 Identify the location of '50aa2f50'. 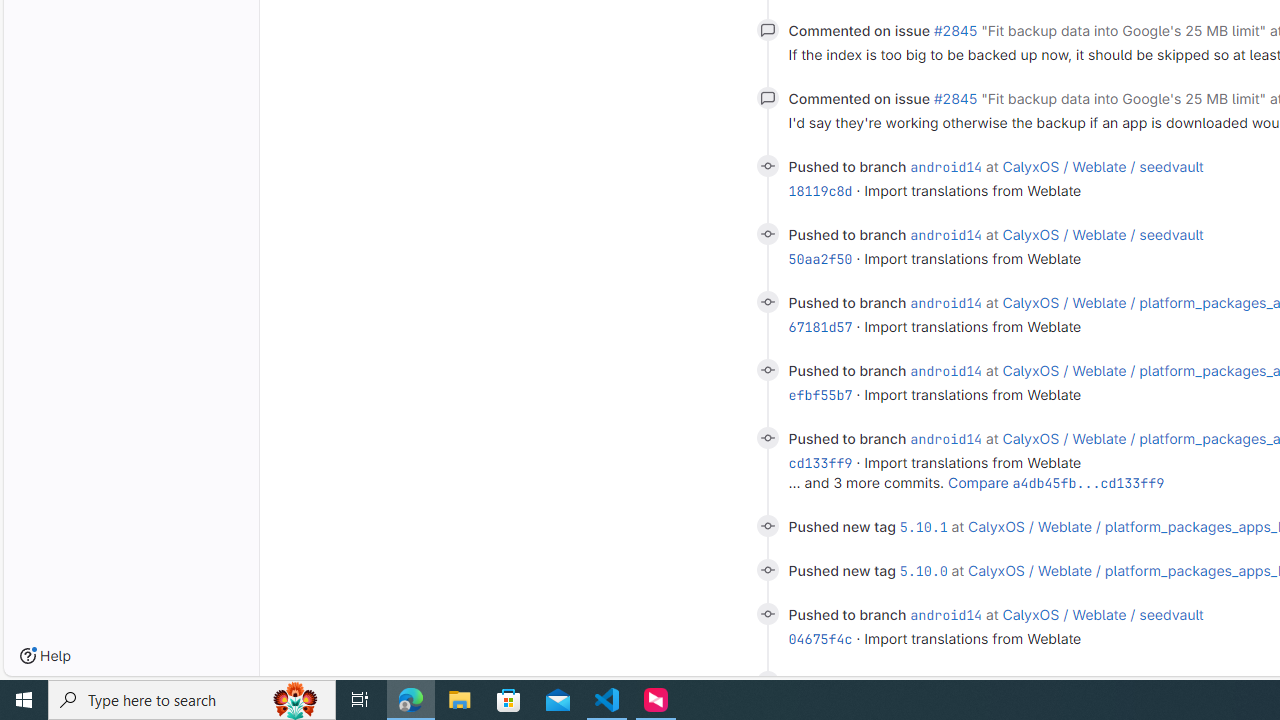
(820, 257).